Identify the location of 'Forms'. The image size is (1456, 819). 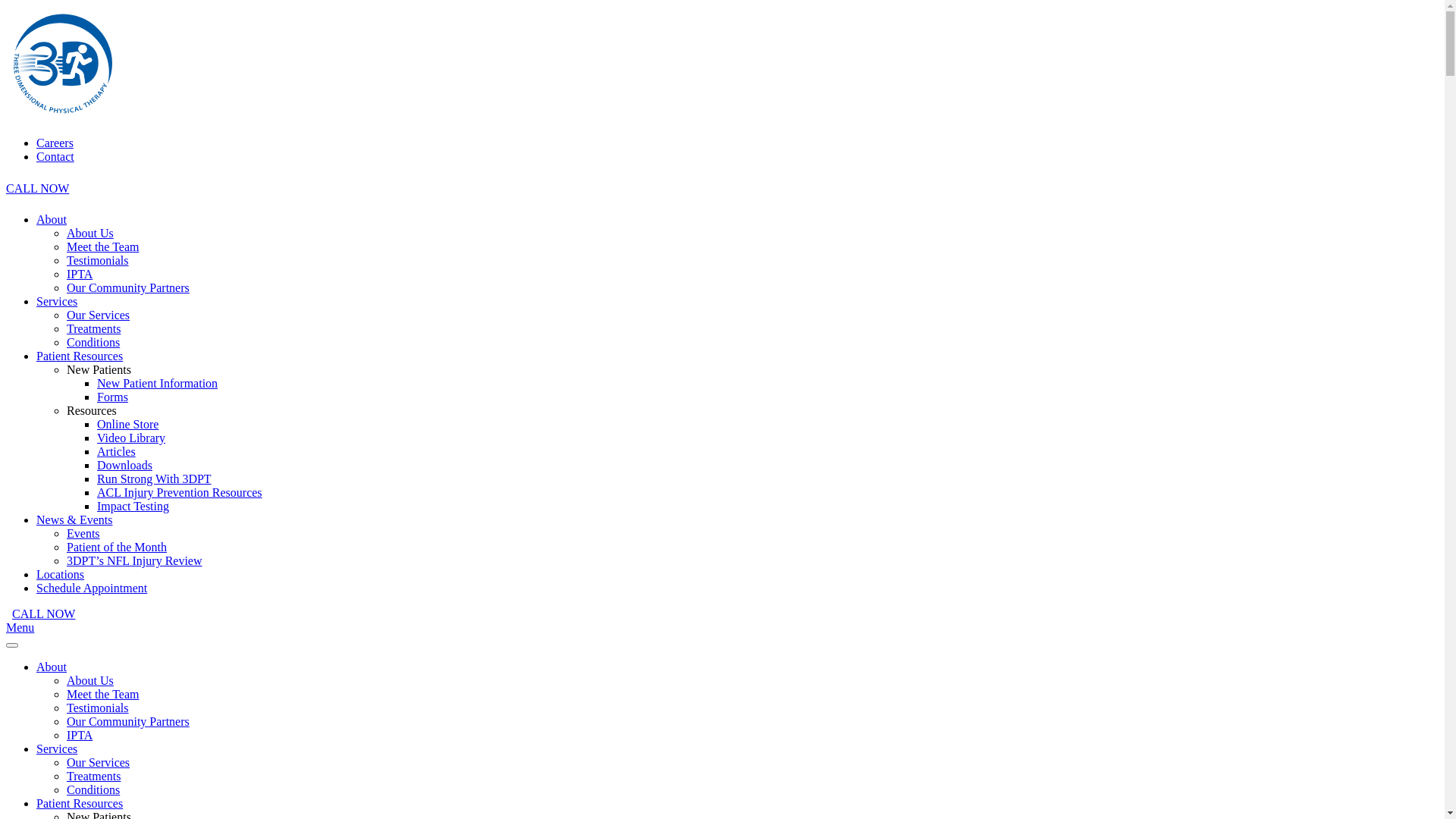
(111, 396).